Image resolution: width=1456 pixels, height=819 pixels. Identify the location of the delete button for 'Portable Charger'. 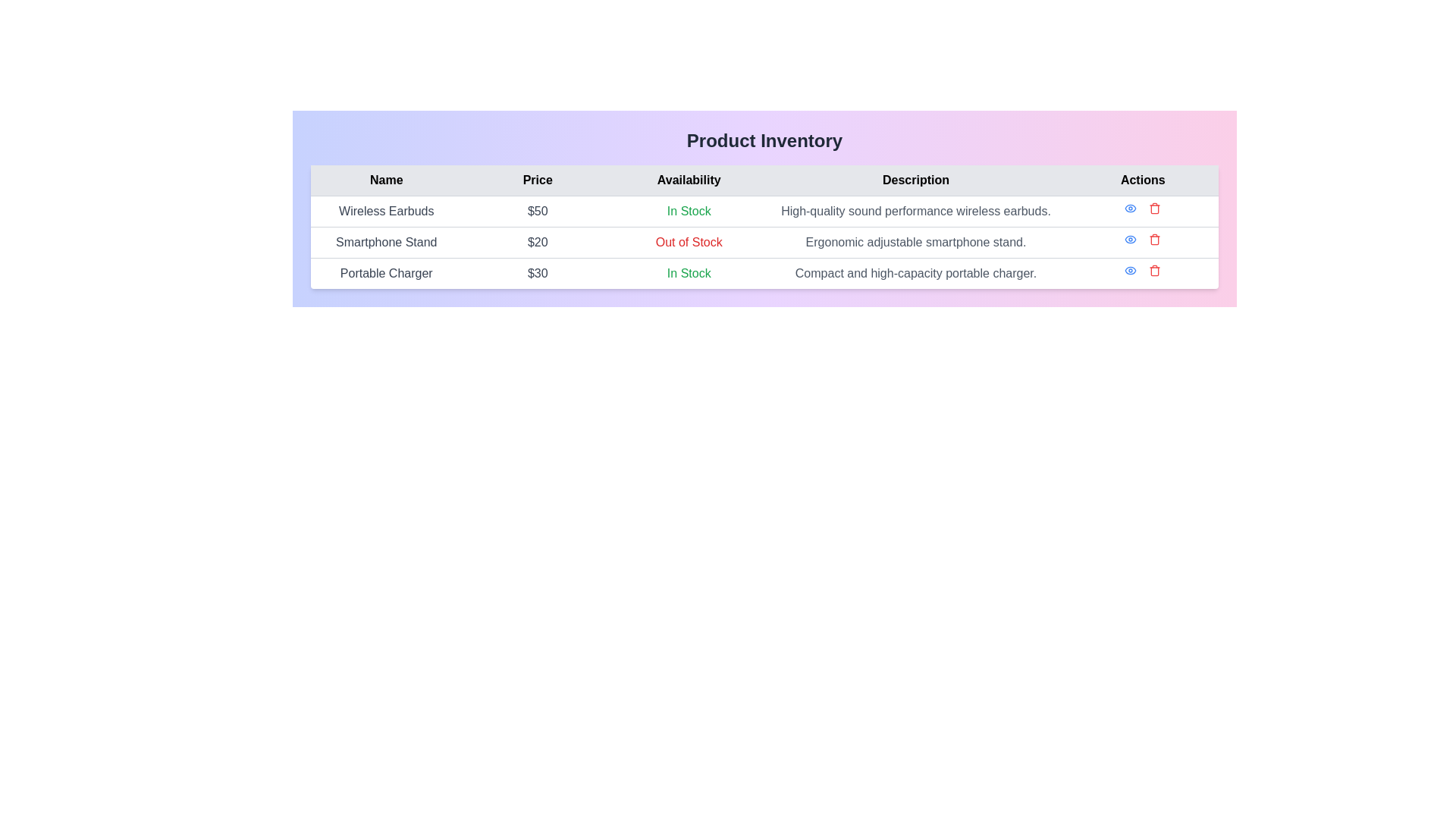
(1154, 270).